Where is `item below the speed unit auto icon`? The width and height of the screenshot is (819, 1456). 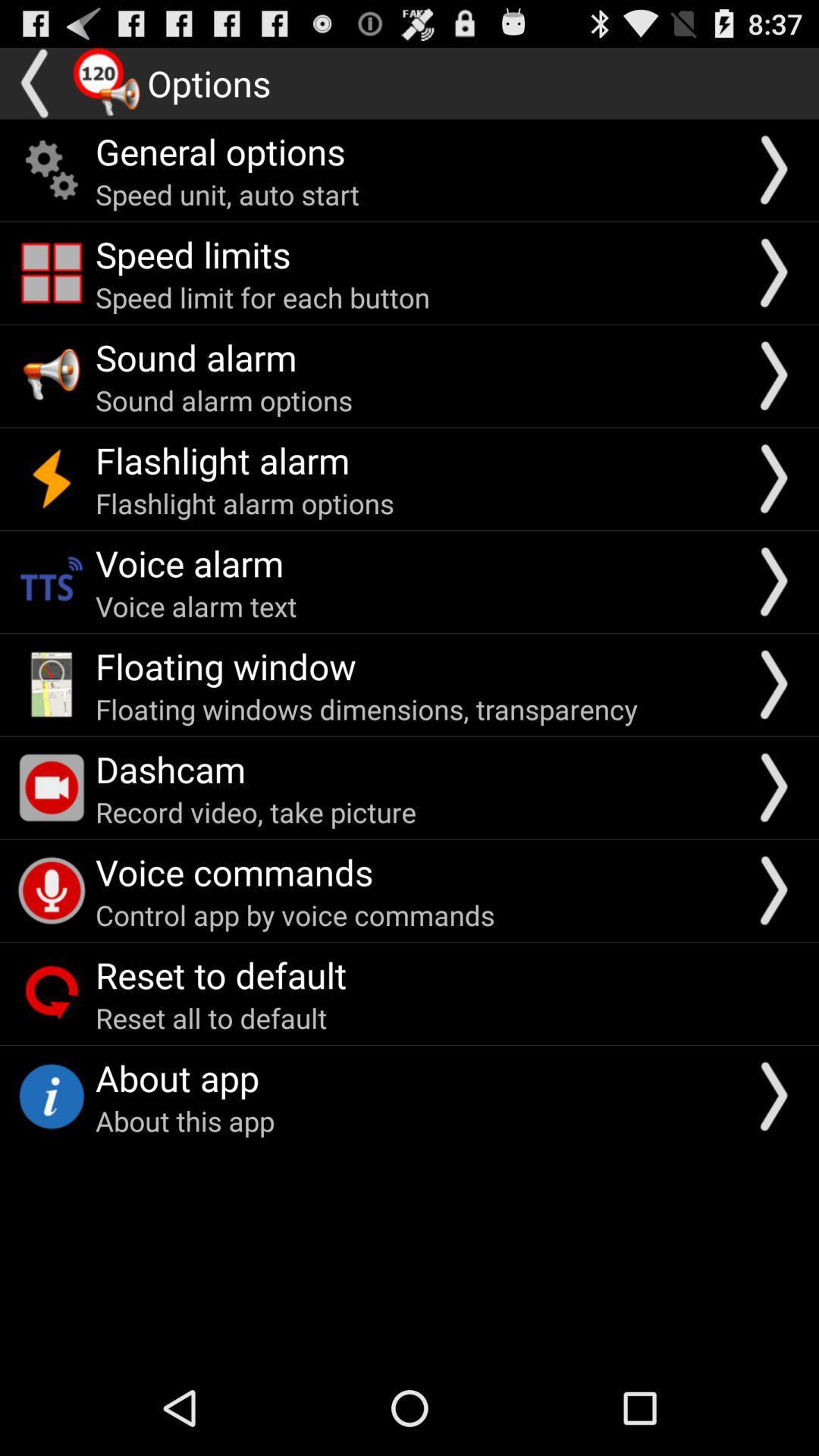 item below the speed unit auto icon is located at coordinates (192, 254).